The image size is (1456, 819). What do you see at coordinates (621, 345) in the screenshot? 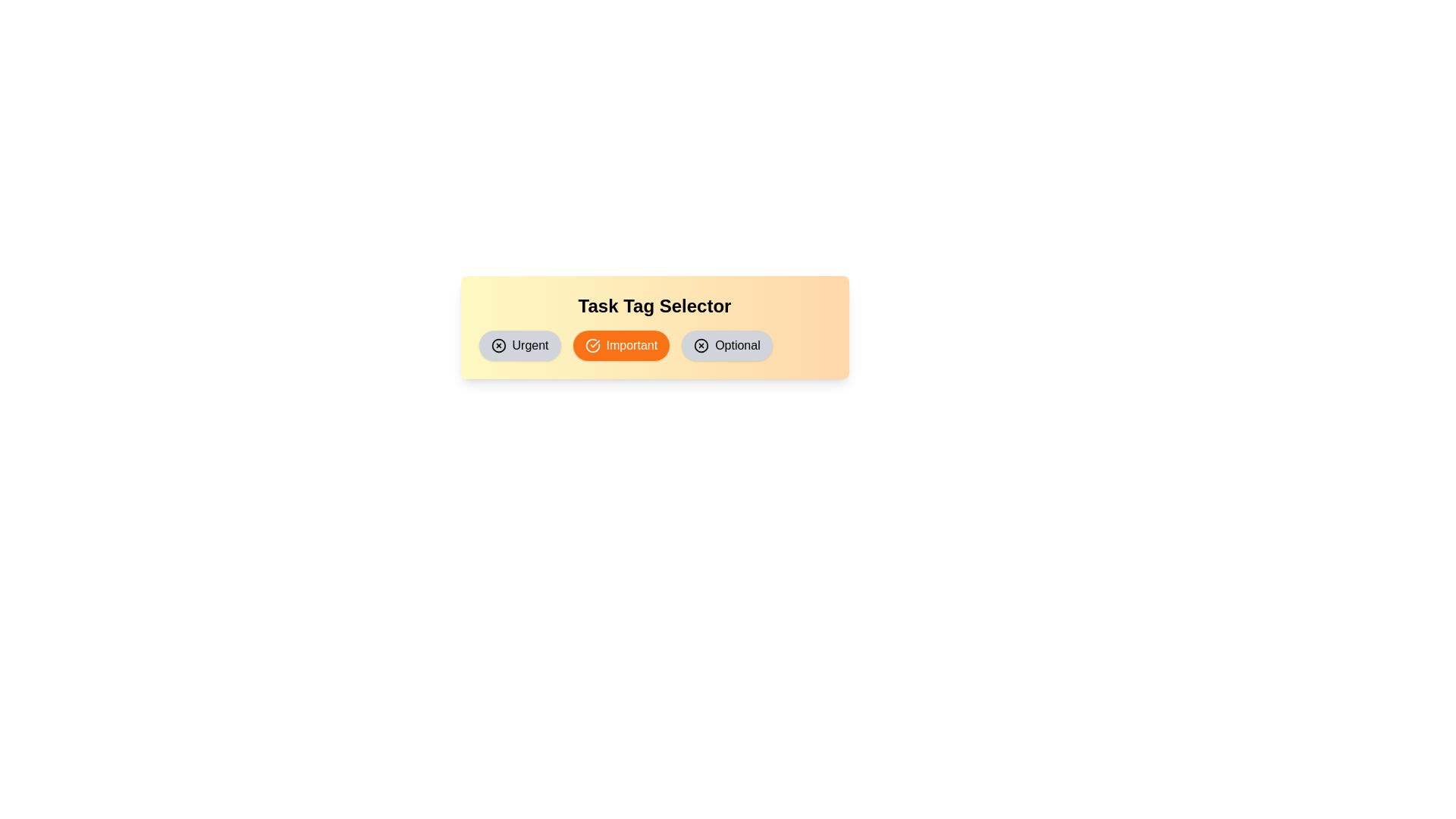
I see `the tag labeled Important` at bounding box center [621, 345].